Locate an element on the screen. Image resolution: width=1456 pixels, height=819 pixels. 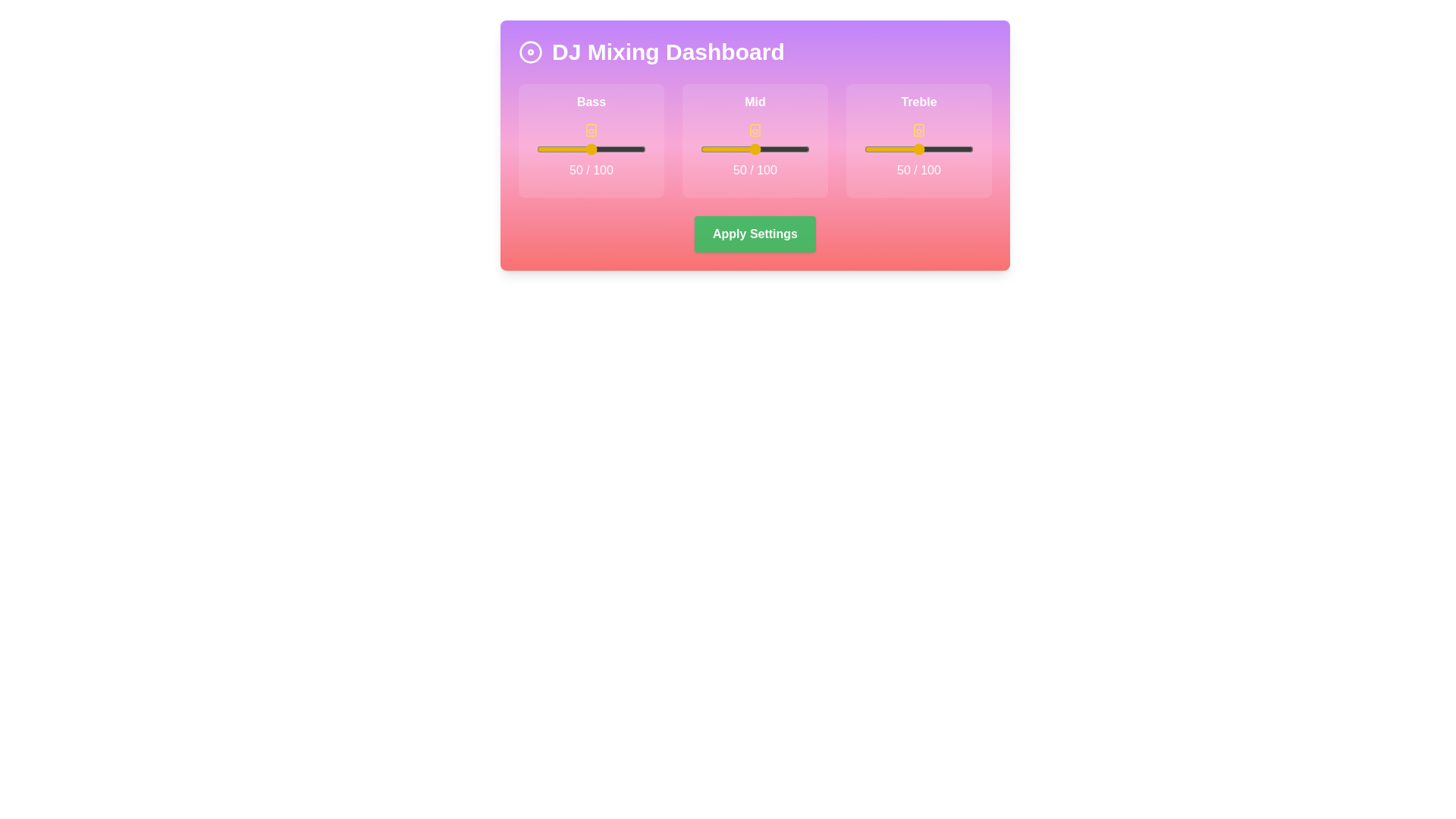
the mid slider to set its value to 74 is located at coordinates (781, 149).